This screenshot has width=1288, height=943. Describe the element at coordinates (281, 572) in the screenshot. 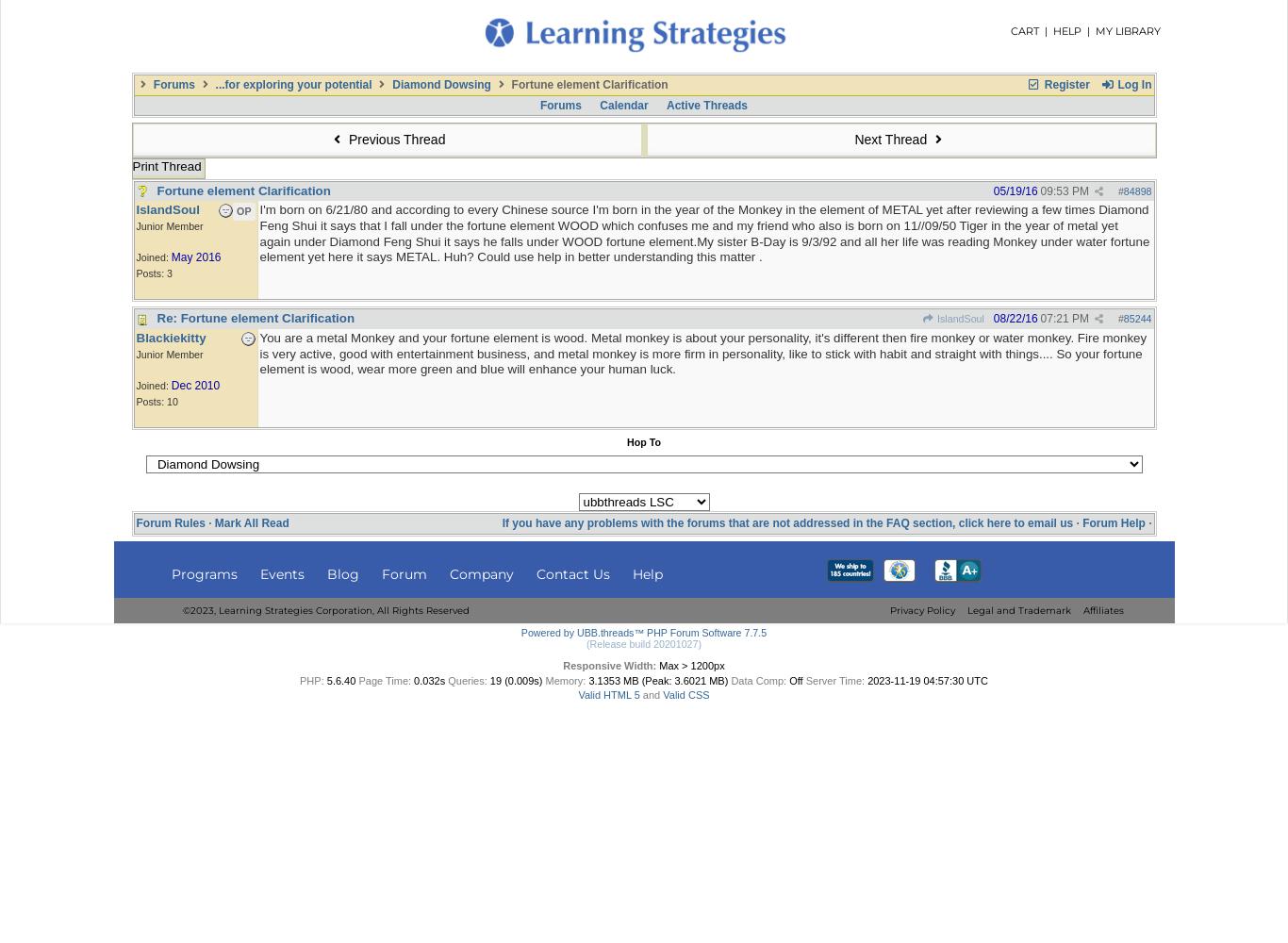

I see `'Events'` at that location.